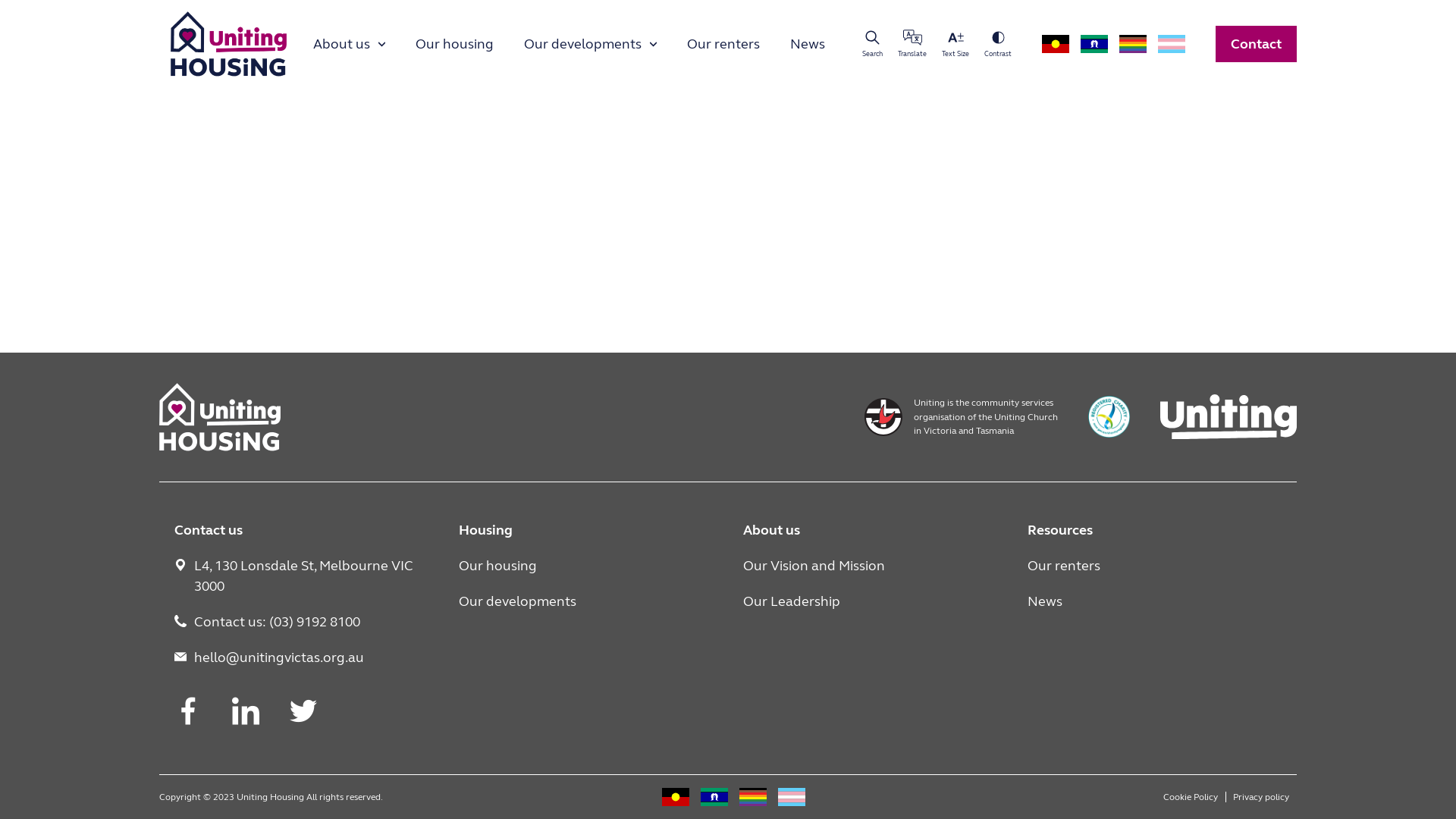 The width and height of the screenshot is (1456, 819). Describe the element at coordinates (301, 576) in the screenshot. I see `'L4, 130 Lonsdale St, Melbourne VIC 3000'` at that location.